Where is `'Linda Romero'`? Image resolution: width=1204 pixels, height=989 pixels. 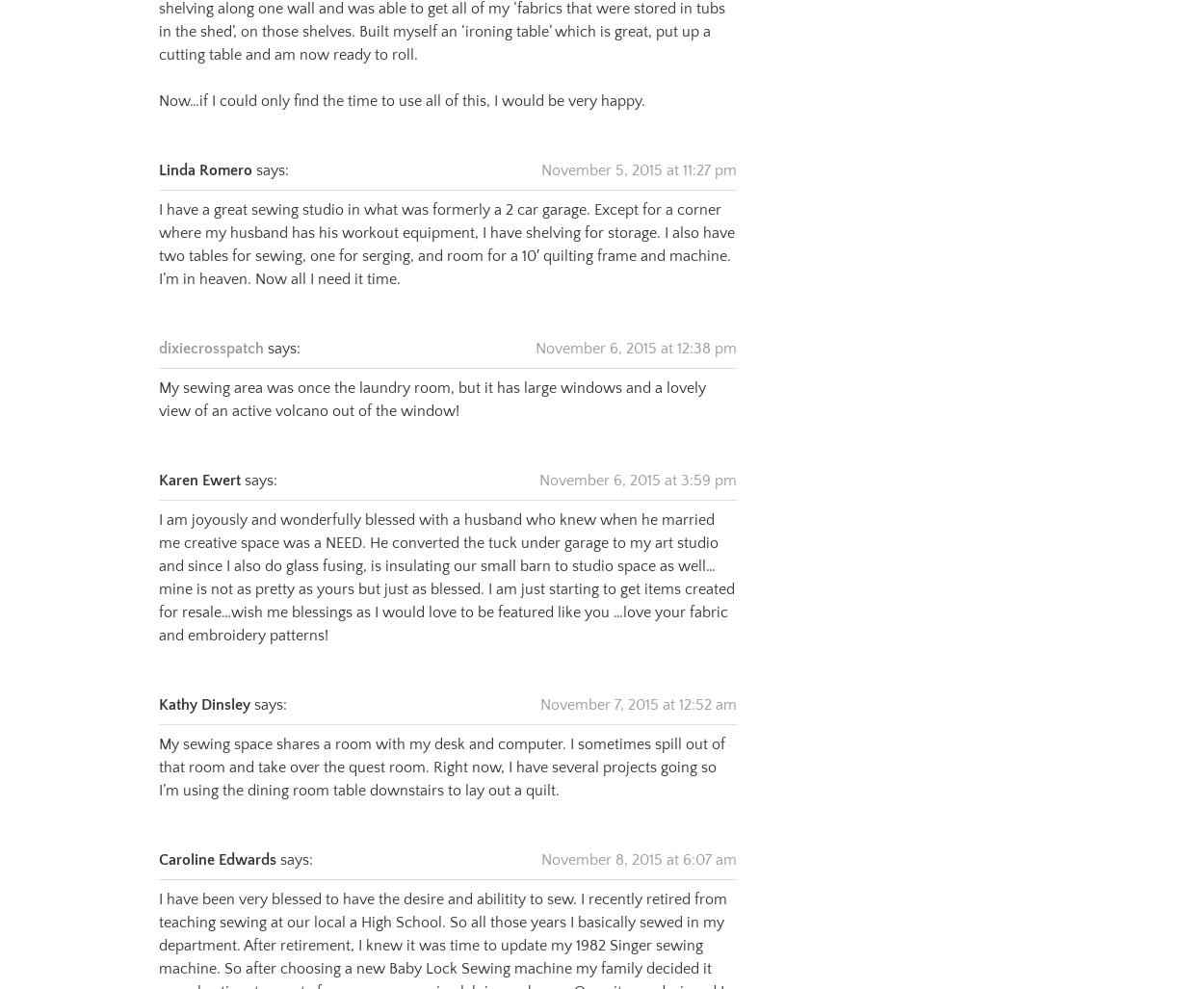
'Linda Romero' is located at coordinates (204, 145).